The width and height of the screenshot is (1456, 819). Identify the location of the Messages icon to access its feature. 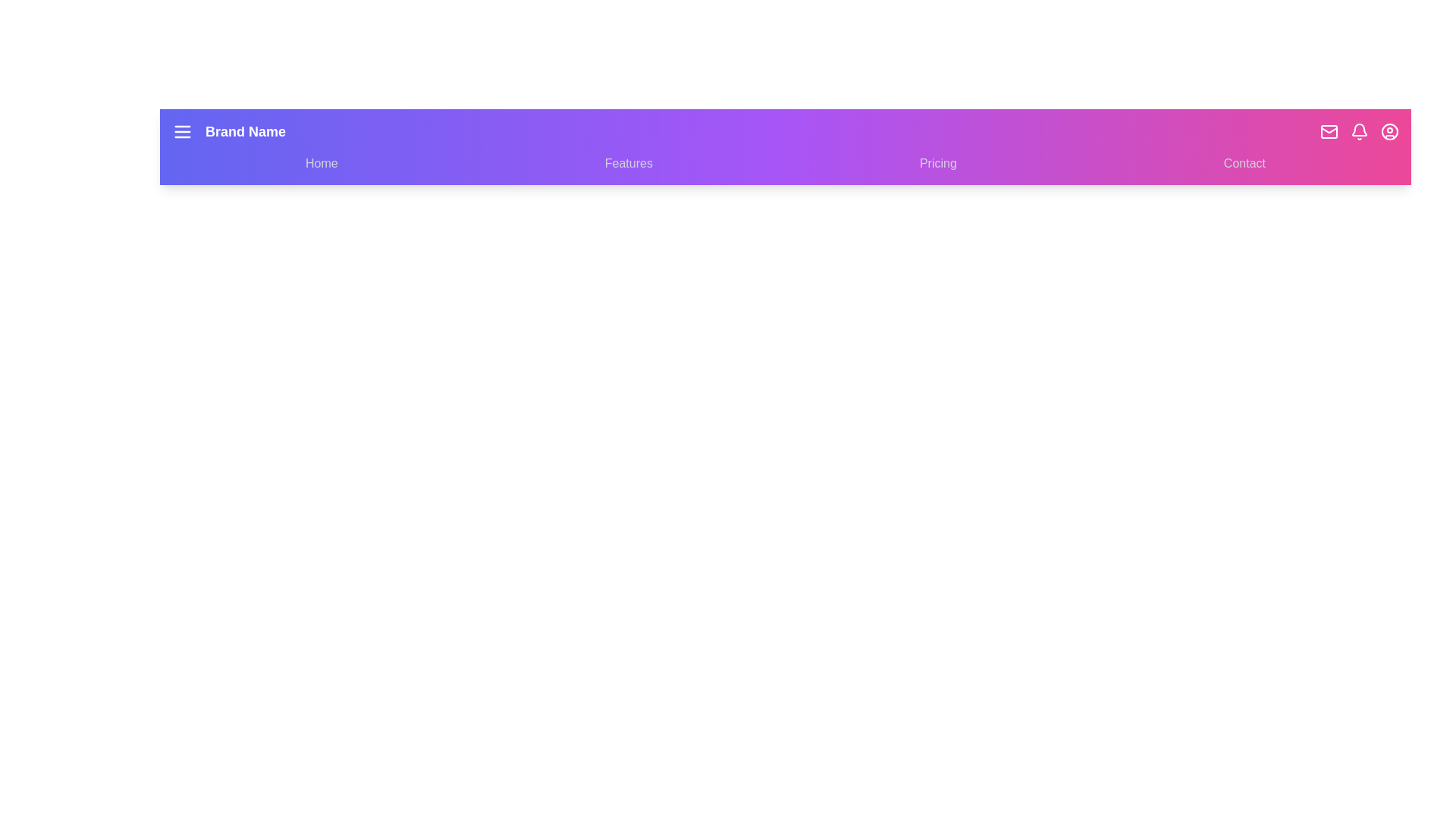
(1328, 130).